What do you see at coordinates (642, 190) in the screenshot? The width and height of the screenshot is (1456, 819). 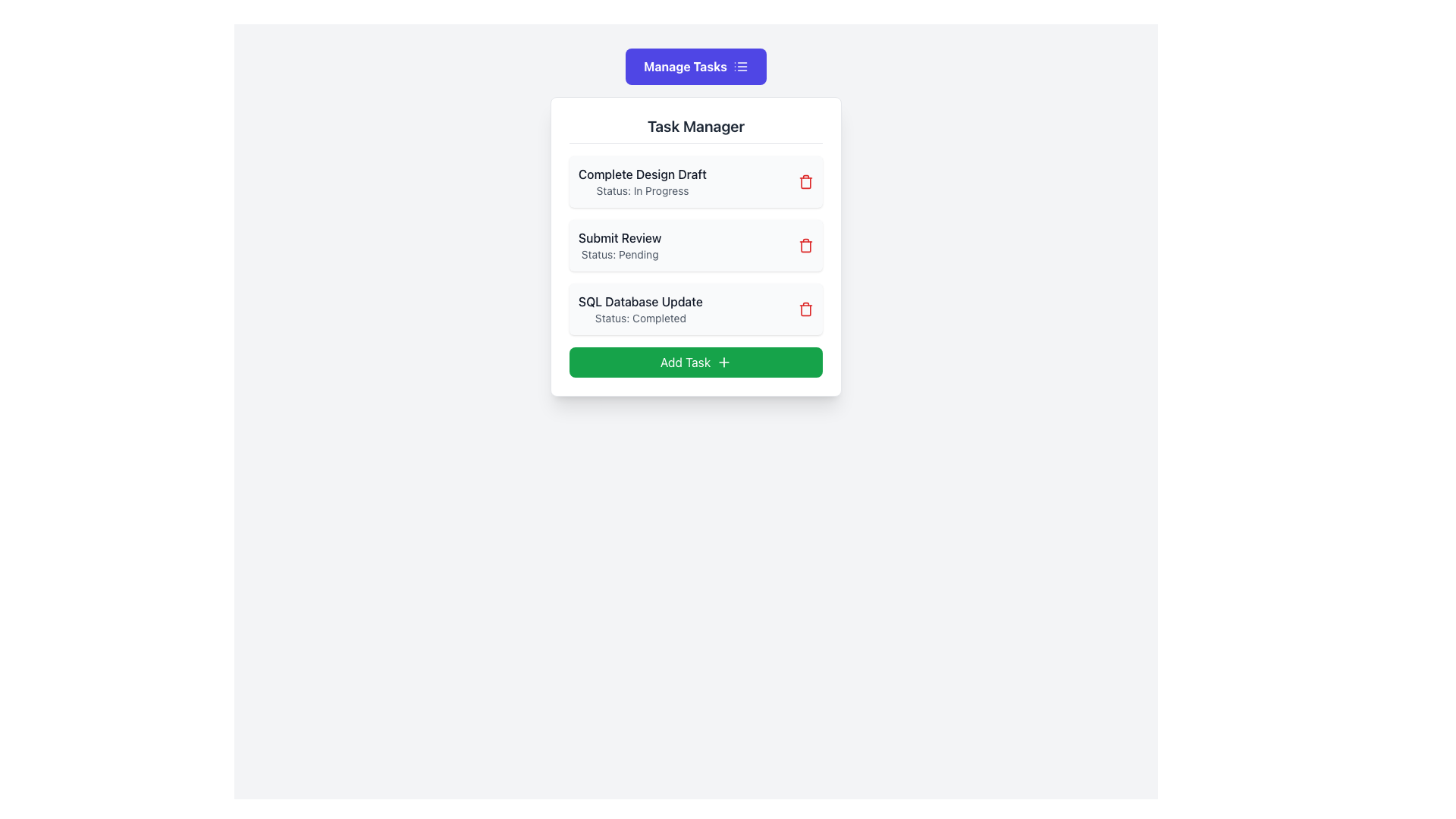 I see `the 'In Progress' text label, which displays the current status of a task within the 'Complete Design Draft' section of the card interface` at bounding box center [642, 190].